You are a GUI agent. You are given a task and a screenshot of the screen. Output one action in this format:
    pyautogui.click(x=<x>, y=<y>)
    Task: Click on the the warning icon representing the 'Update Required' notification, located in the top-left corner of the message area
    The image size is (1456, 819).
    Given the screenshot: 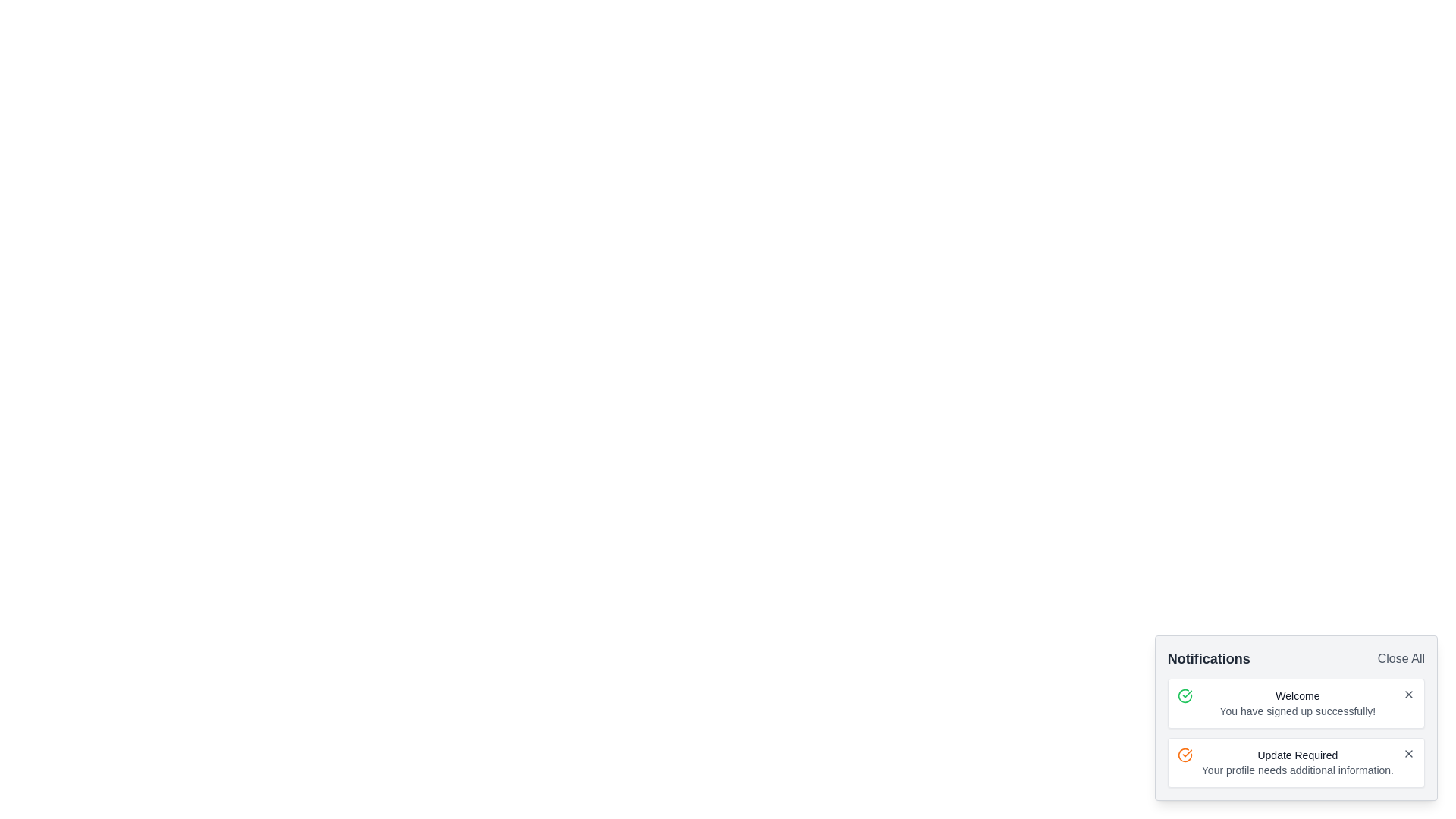 What is the action you would take?
    pyautogui.click(x=1184, y=755)
    